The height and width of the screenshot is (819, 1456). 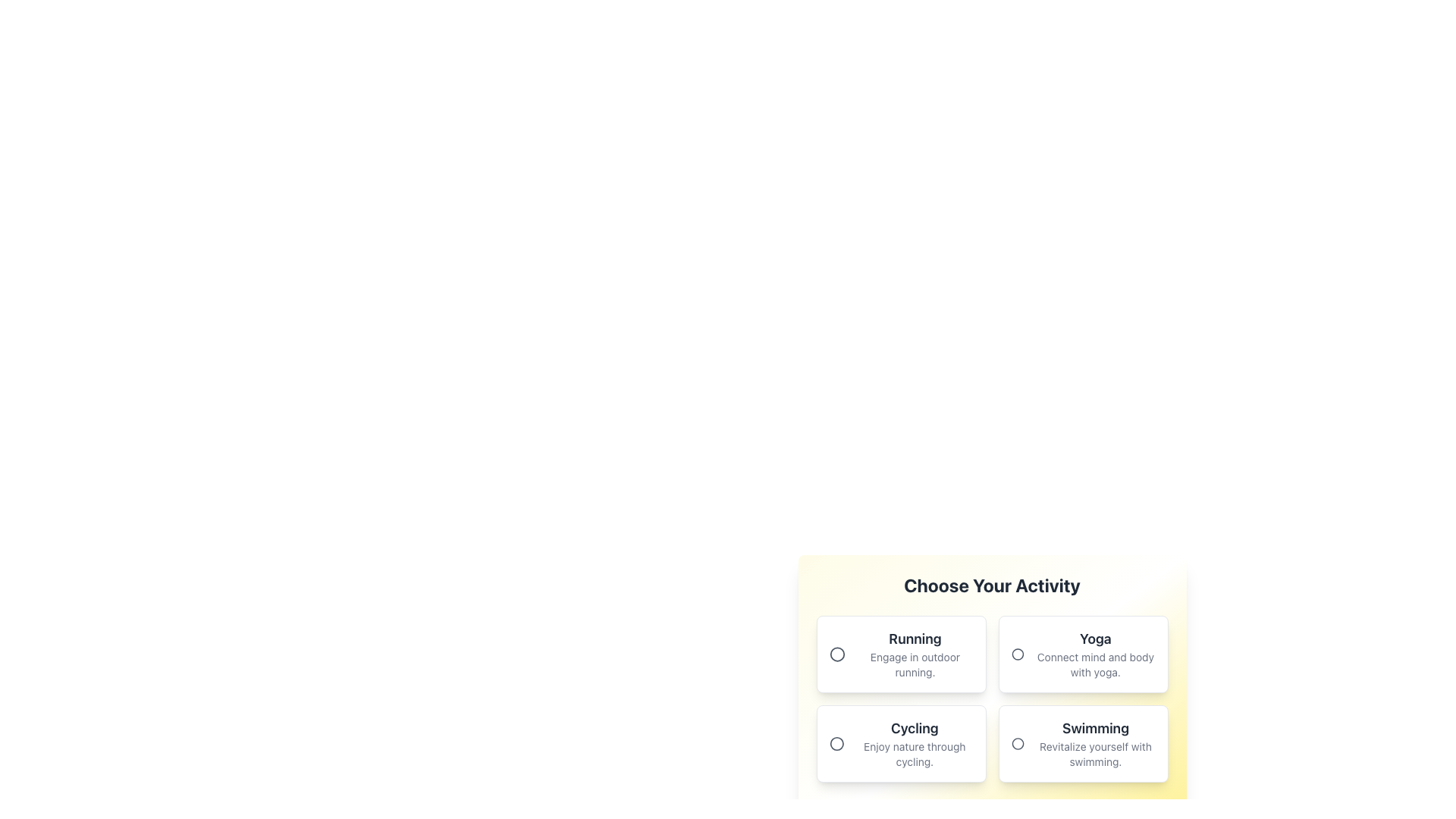 I want to click on the circular icon with a stroke design located next to the 'Running' option in the selection grid under 'Choose Your Activity.', so click(x=836, y=654).